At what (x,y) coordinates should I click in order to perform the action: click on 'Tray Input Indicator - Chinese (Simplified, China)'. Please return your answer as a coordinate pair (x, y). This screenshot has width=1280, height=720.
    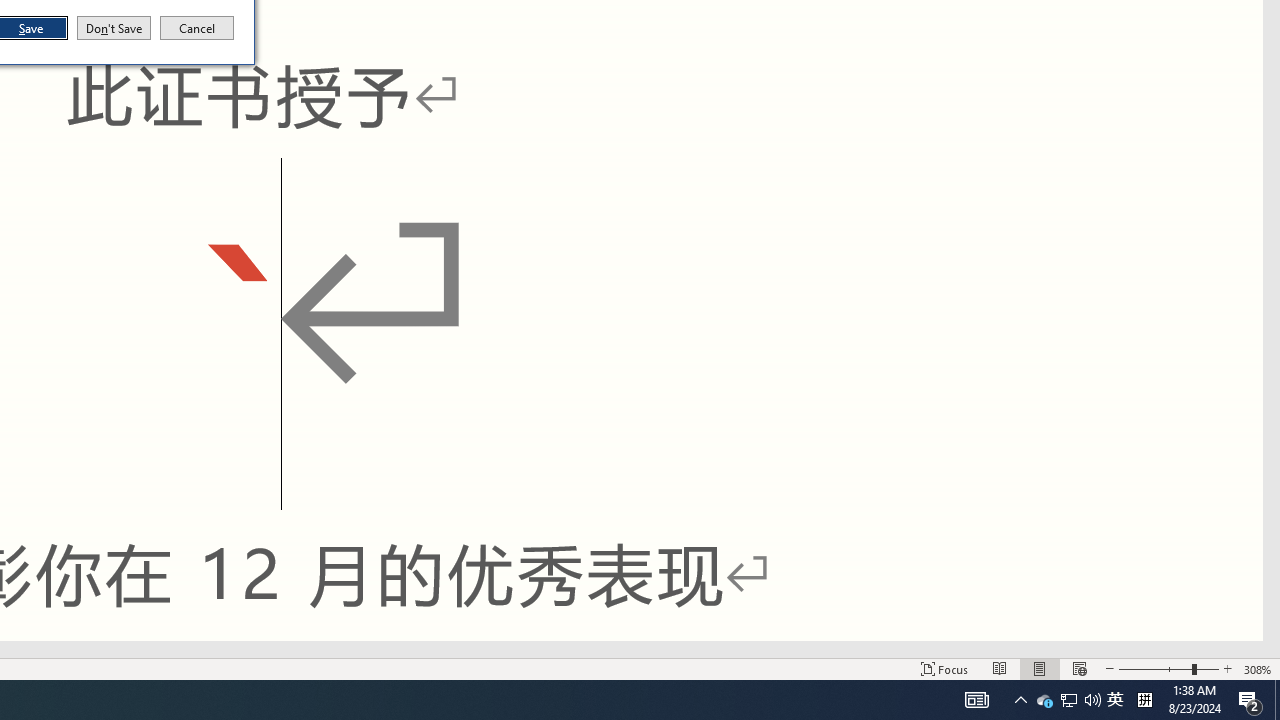
    Looking at the image, I should click on (1144, 698).